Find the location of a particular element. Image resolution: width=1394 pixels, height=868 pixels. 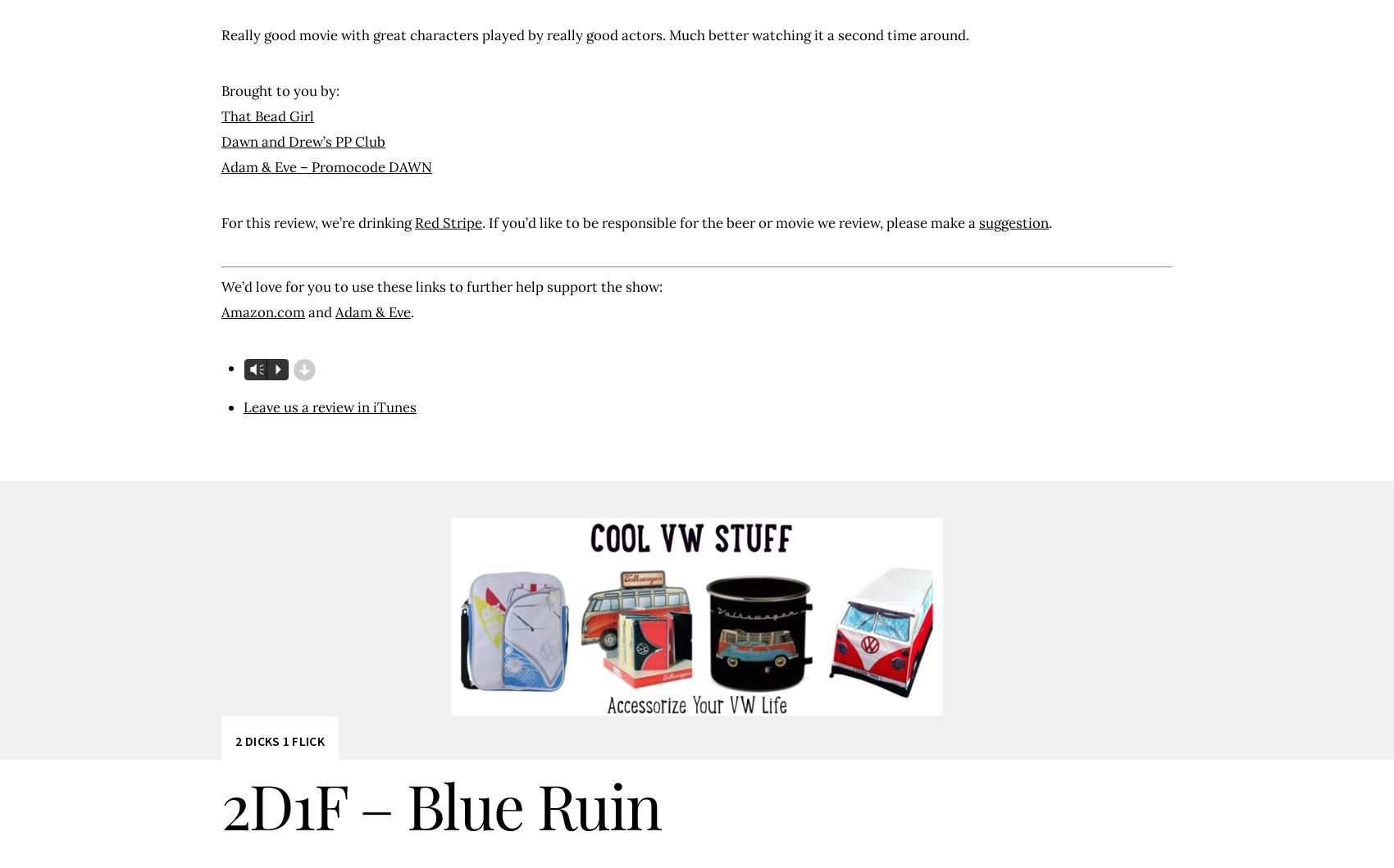

'suggestion' is located at coordinates (1013, 221).